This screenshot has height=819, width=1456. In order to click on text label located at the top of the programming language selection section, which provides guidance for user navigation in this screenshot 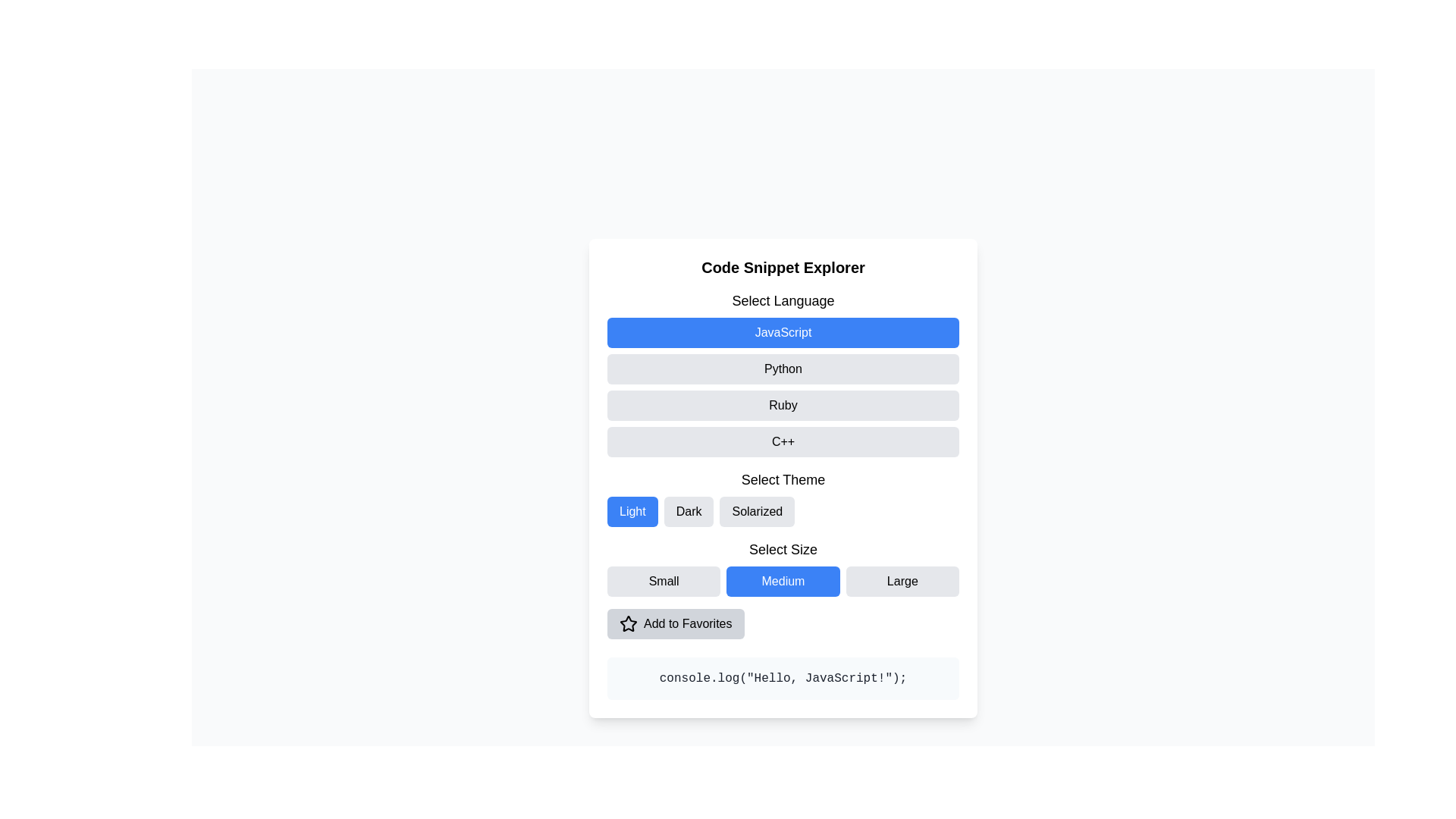, I will do `click(783, 301)`.